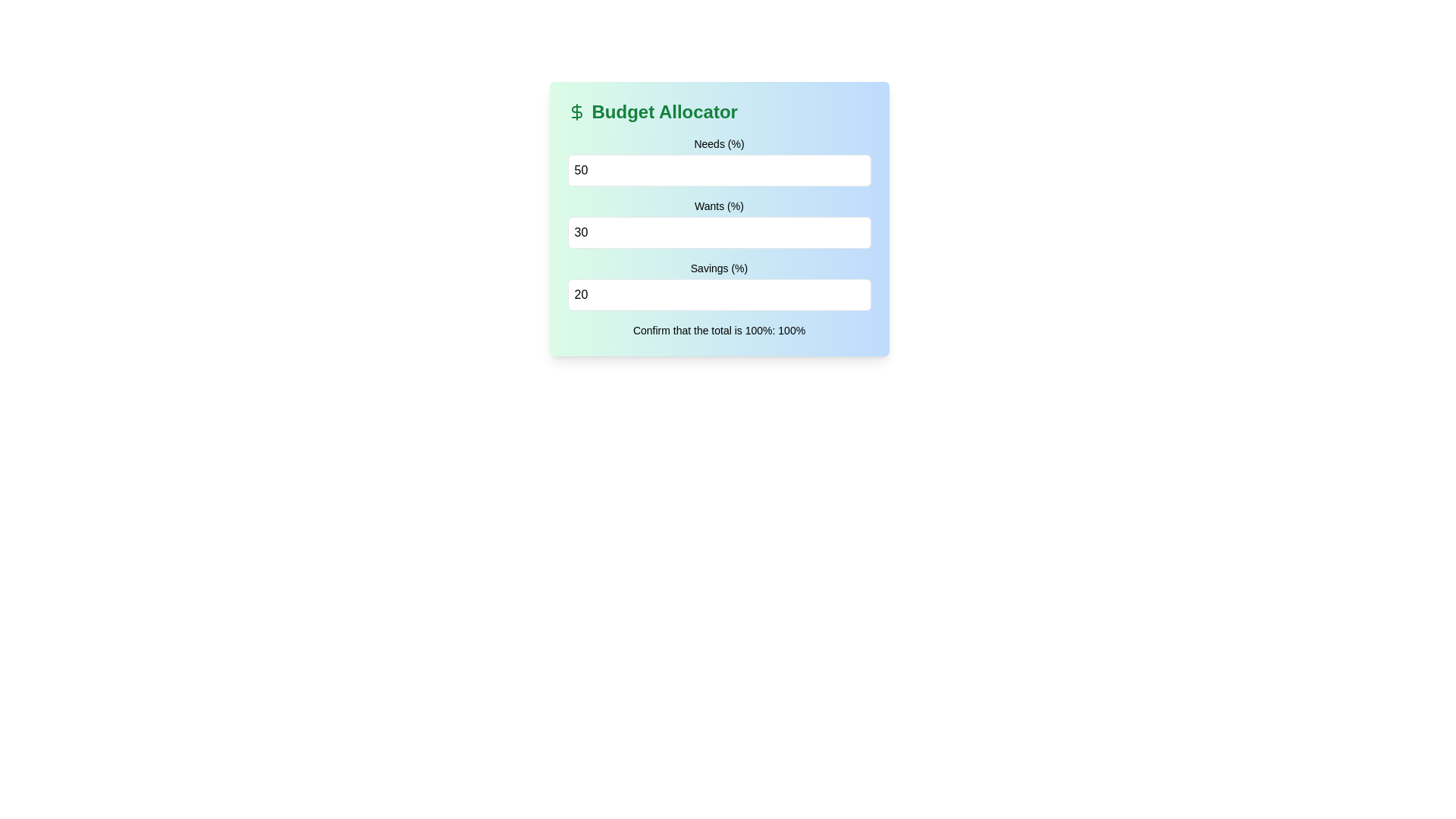 This screenshot has height=819, width=1456. What do you see at coordinates (718, 161) in the screenshot?
I see `on the labeled numeric input field with the label 'Needs (%)'` at bounding box center [718, 161].